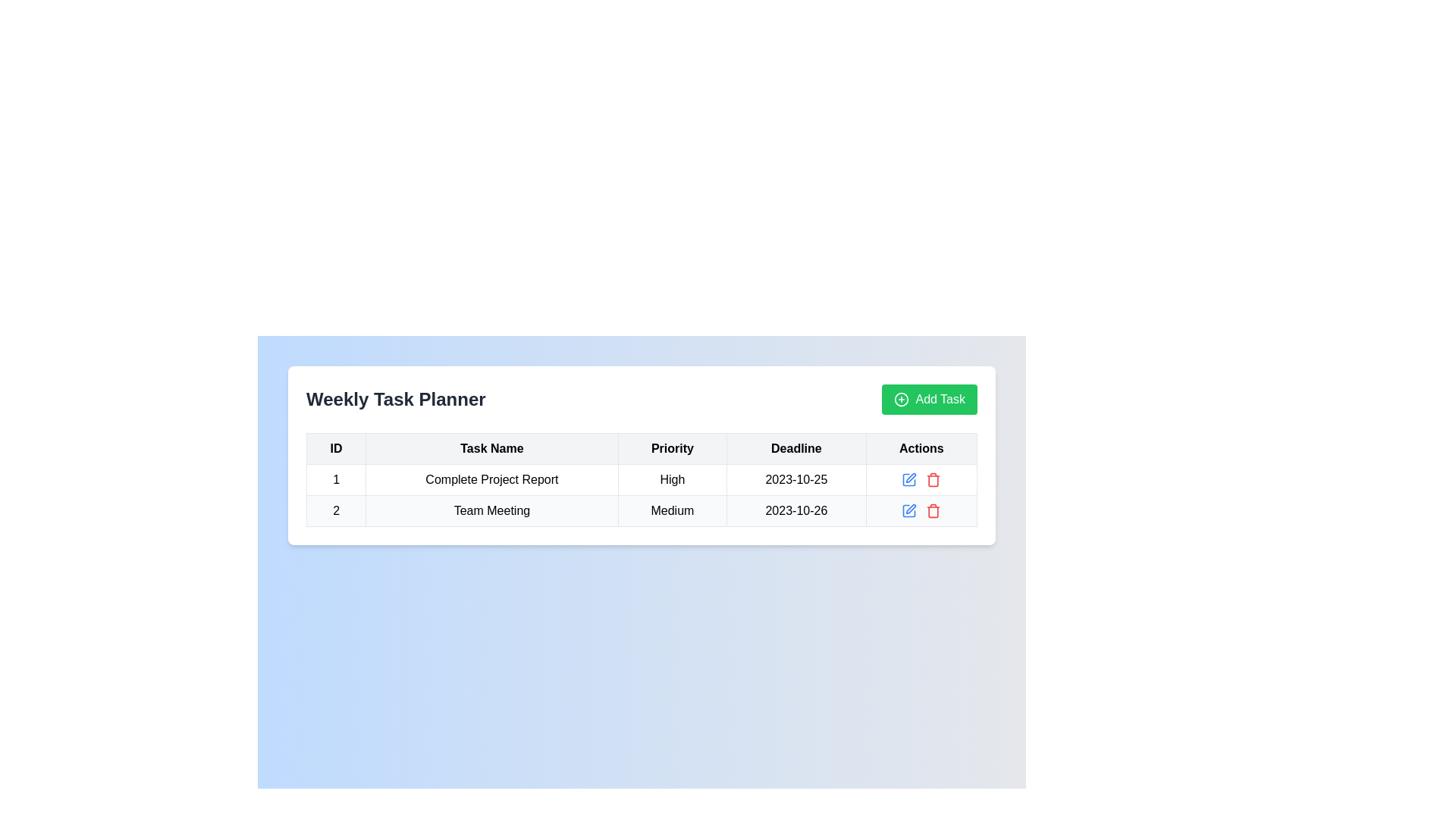 Image resolution: width=1456 pixels, height=819 pixels. I want to click on the small pen icon in the 'Actions' column of the second row to initiate editing for the task 'Team Meeting.', so click(910, 509).